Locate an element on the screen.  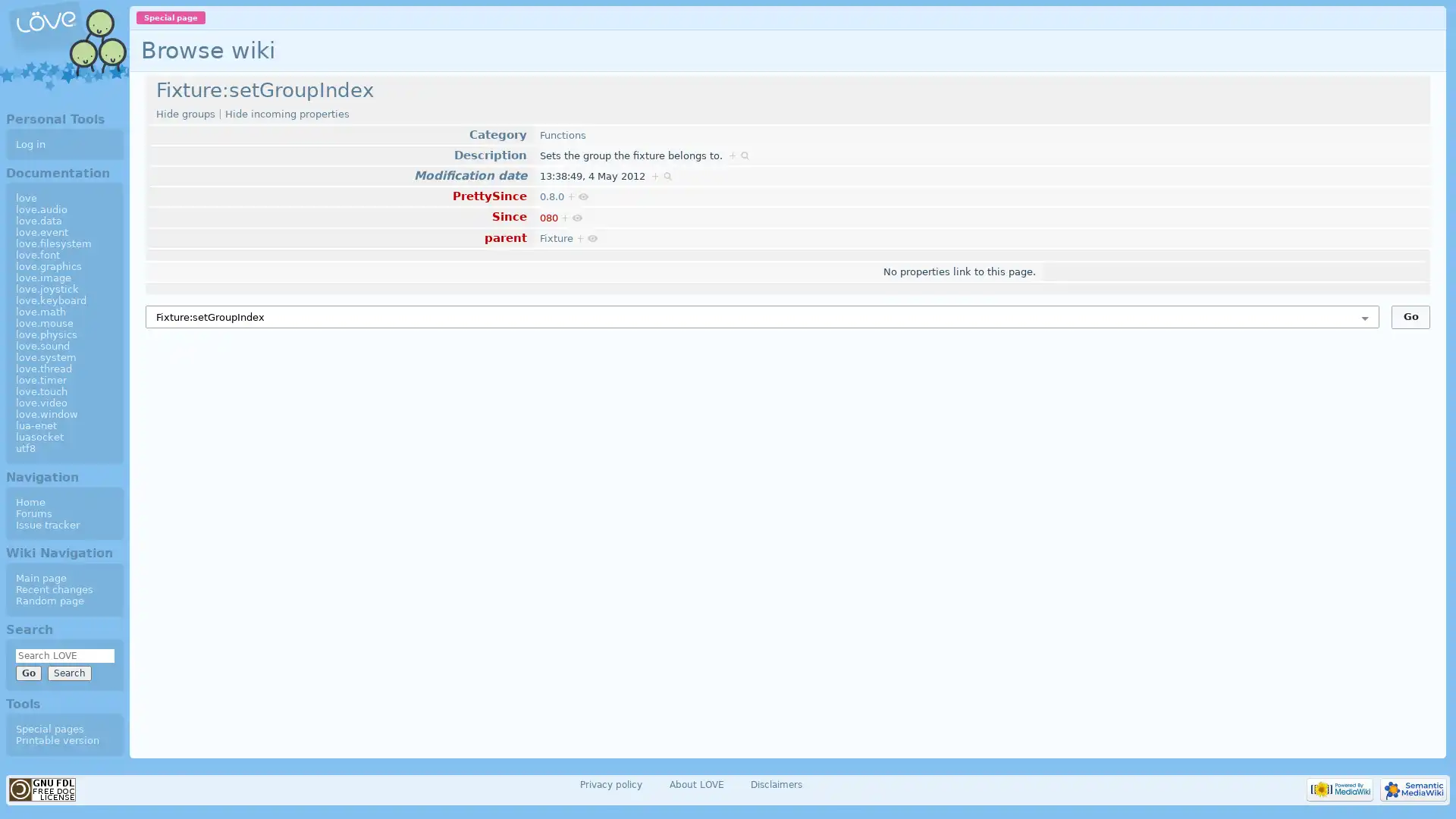
Go is located at coordinates (28, 672).